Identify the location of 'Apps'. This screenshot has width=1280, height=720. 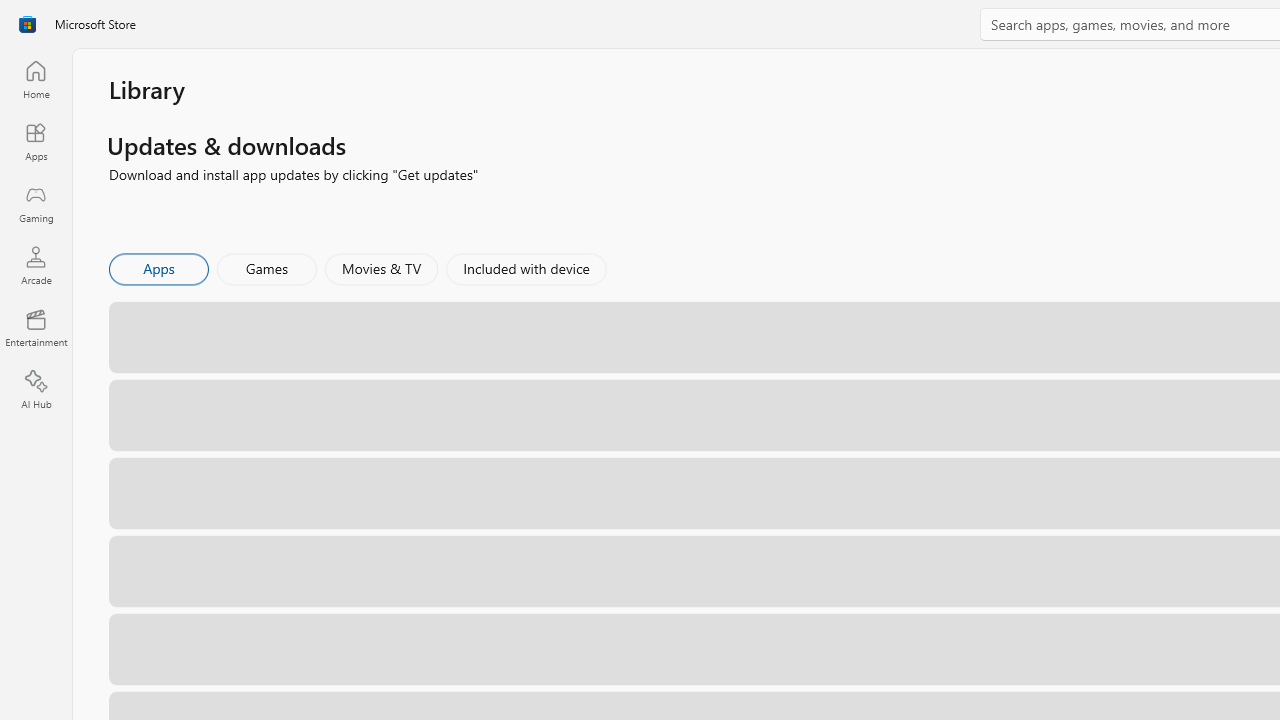
(157, 267).